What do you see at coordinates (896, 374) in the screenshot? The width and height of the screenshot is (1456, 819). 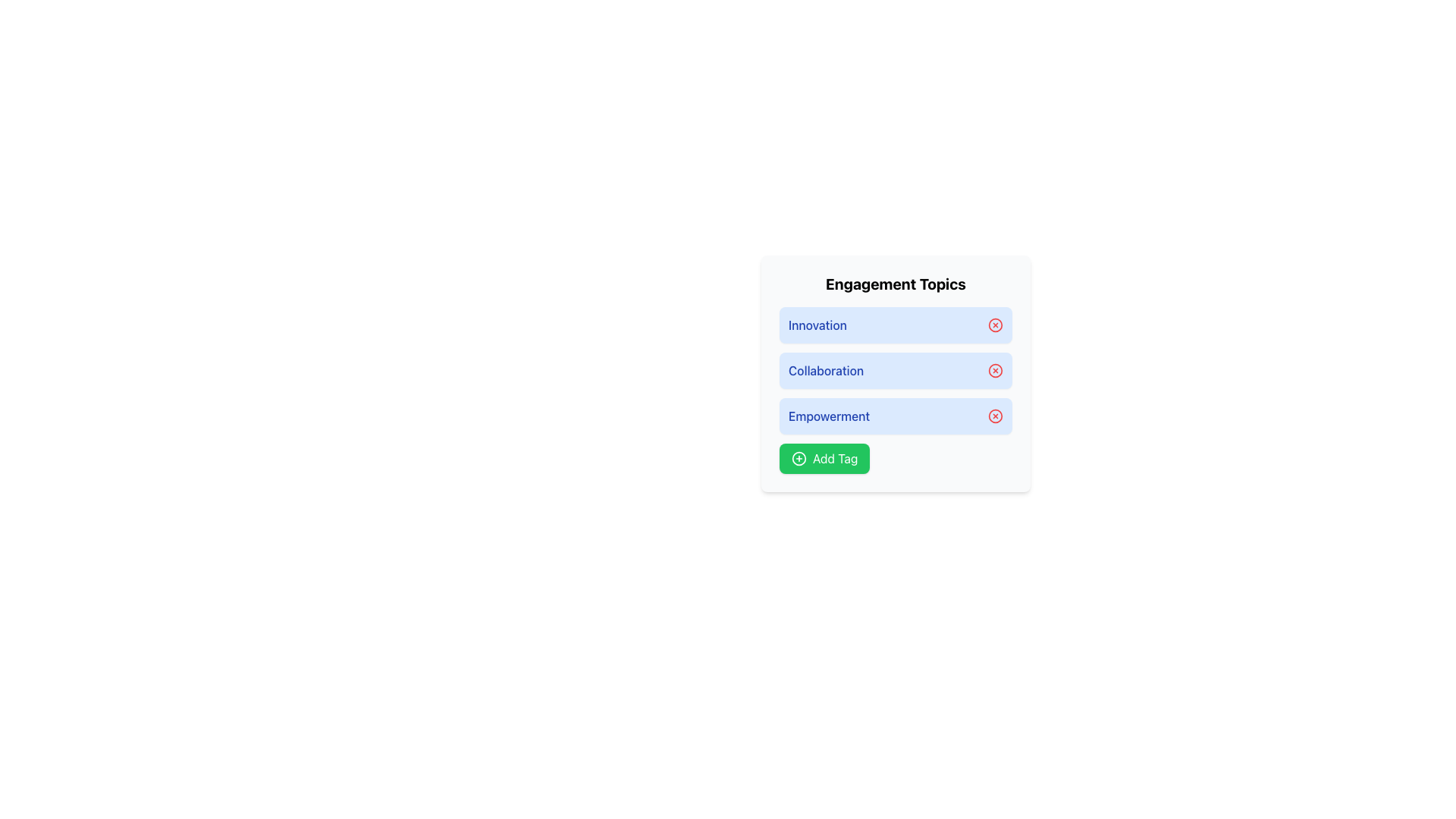 I see `the list item labeled 'Collaboration' in the vertically aligned group of engagement topics, positioned below 'Innovation' and above 'Empowerment'` at bounding box center [896, 374].